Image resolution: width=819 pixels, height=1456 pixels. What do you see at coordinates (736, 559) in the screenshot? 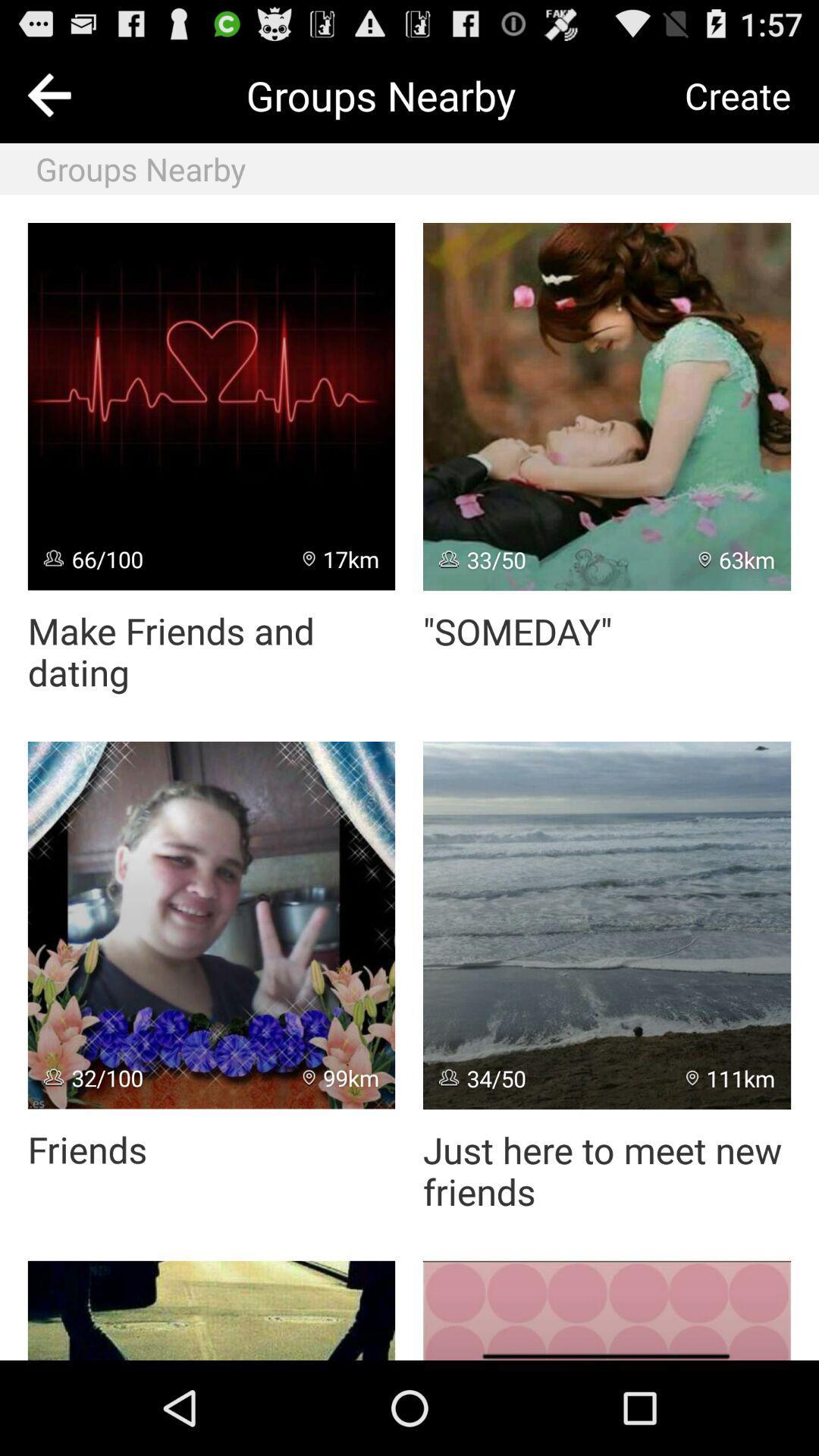
I see `icon next to 33/50 item` at bounding box center [736, 559].